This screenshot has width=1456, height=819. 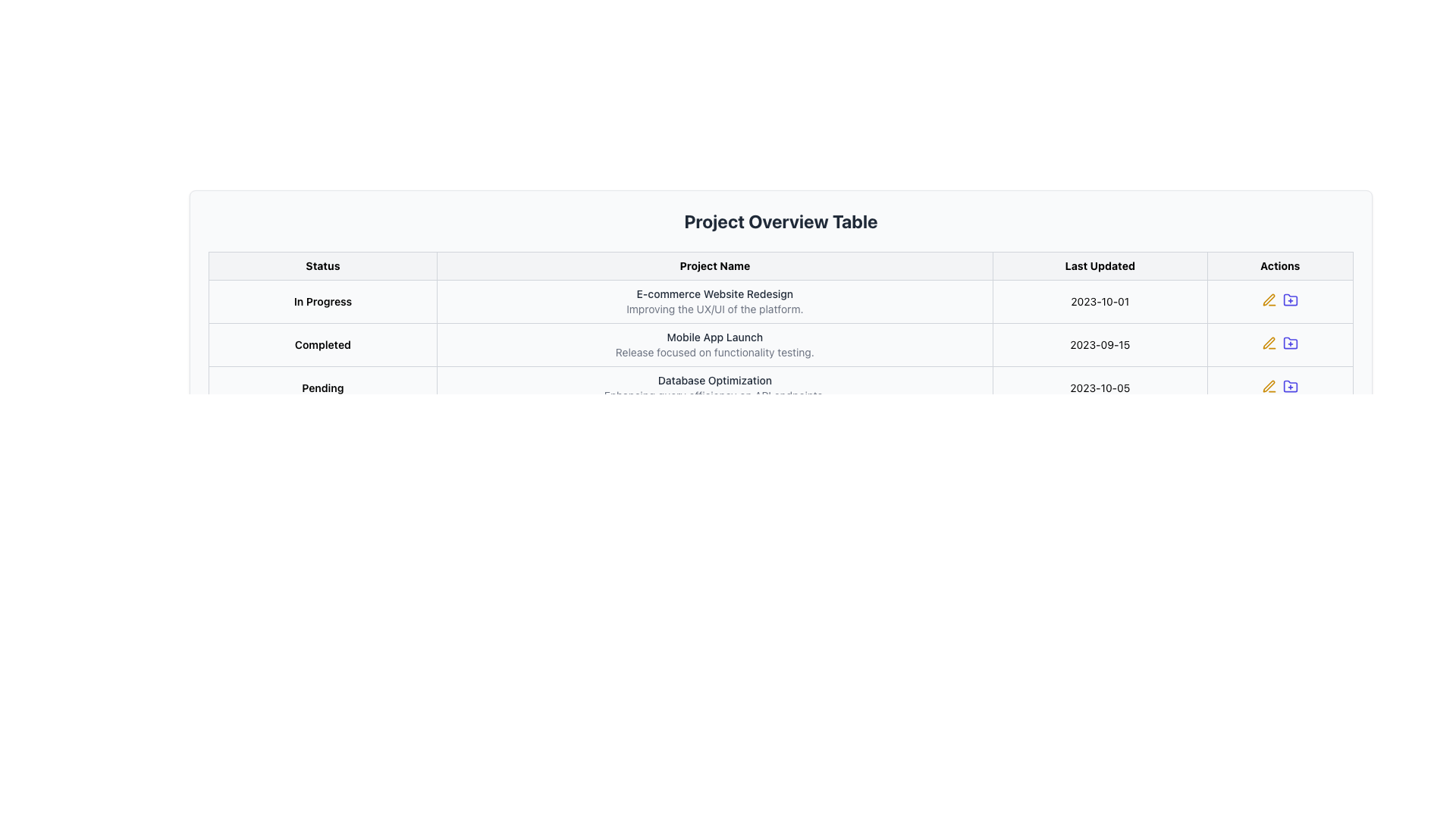 What do you see at coordinates (1100, 301) in the screenshot?
I see `displayed date in the Text Display Field showing the last update date for the project 'E-commerce Website Redesign', located under the 'Last Updated' column of the table` at bounding box center [1100, 301].